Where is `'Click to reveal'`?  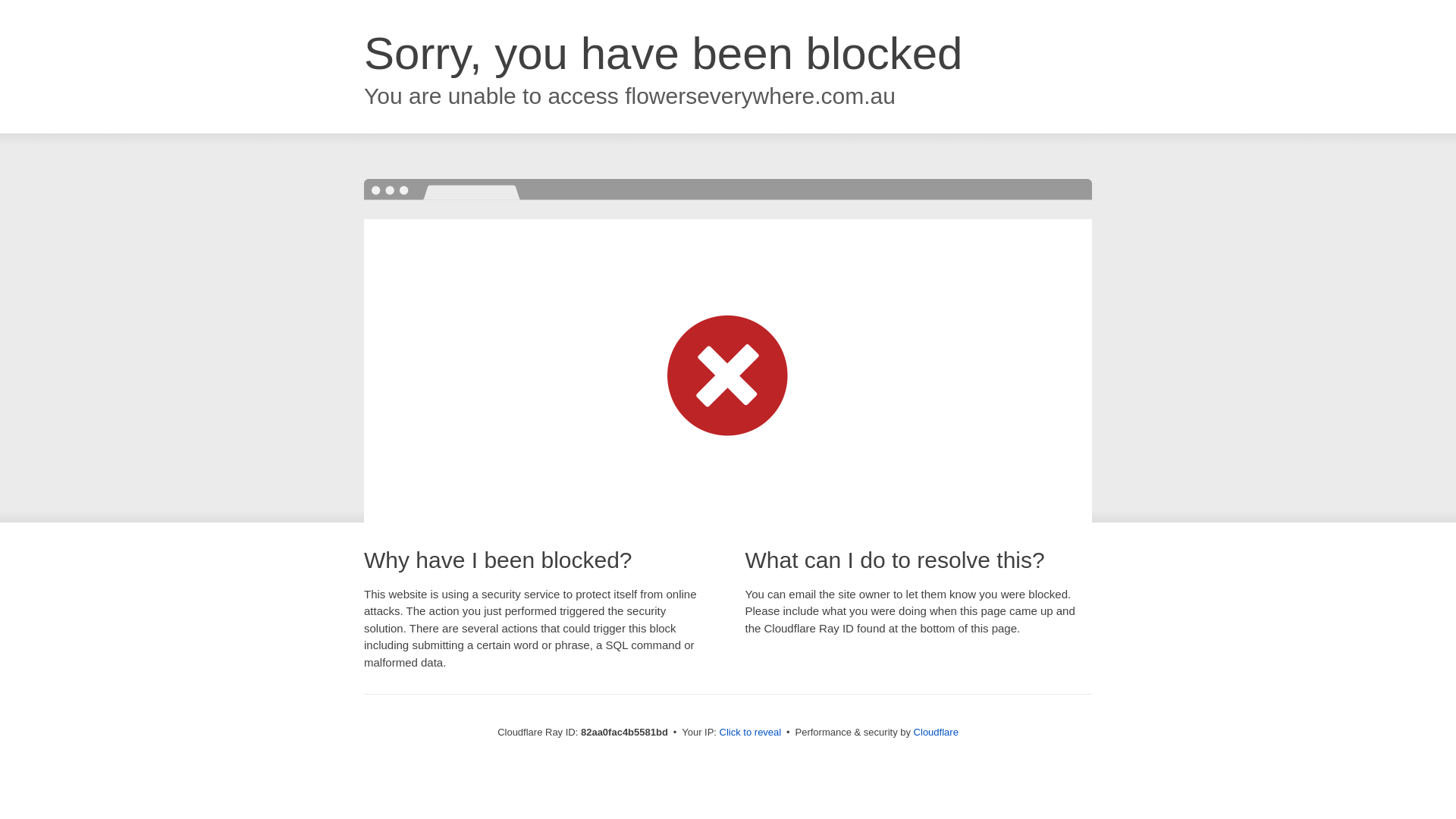
'Click to reveal' is located at coordinates (719, 731).